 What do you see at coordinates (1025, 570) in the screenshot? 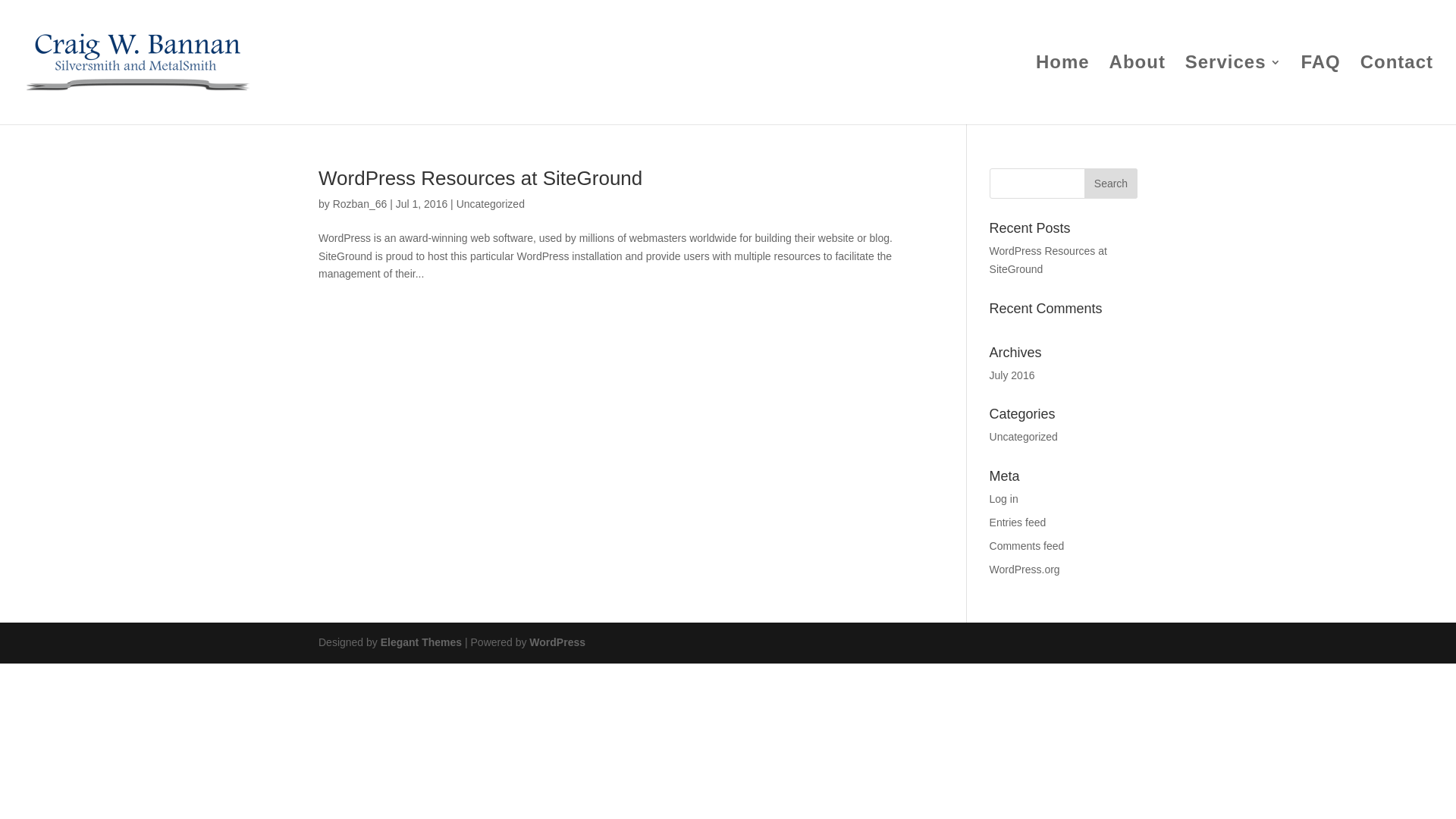
I see `'WordPress.org'` at bounding box center [1025, 570].